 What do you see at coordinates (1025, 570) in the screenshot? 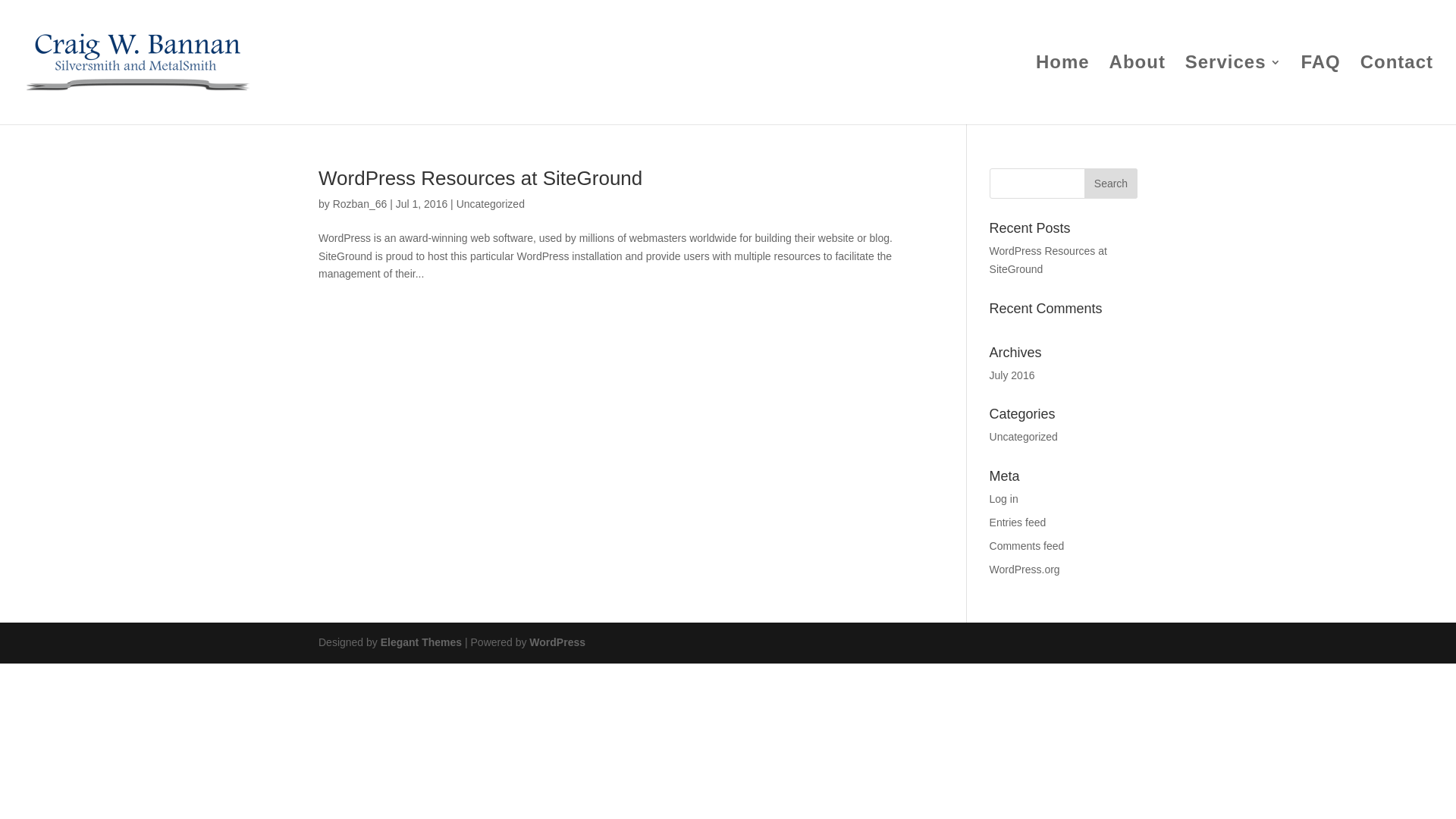
I see `'WordPress.org'` at bounding box center [1025, 570].